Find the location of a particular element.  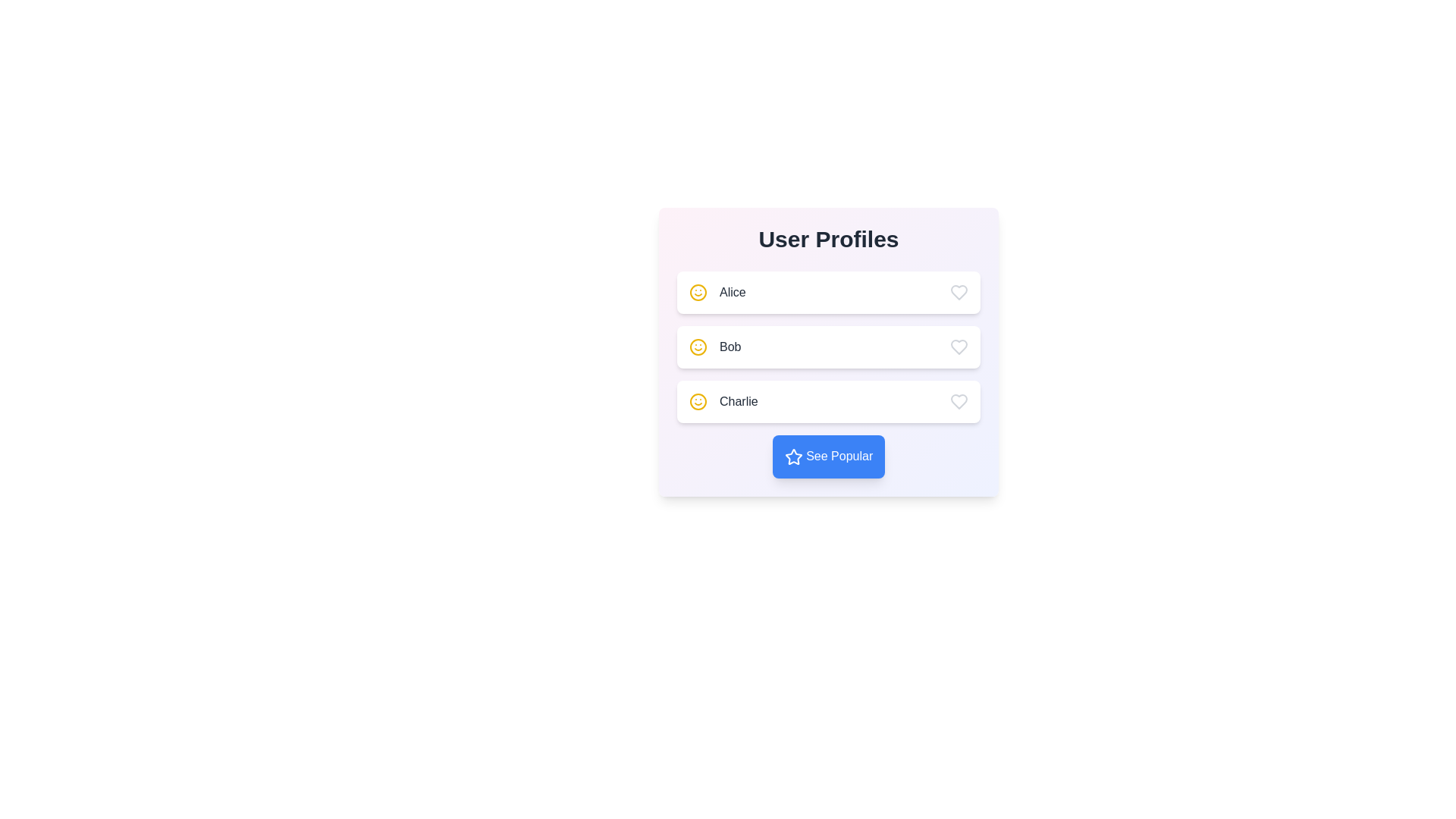

the star icon that has a white outline and a blue background, located within the 'See Popular' button near the lower section of the interface is located at coordinates (792, 456).